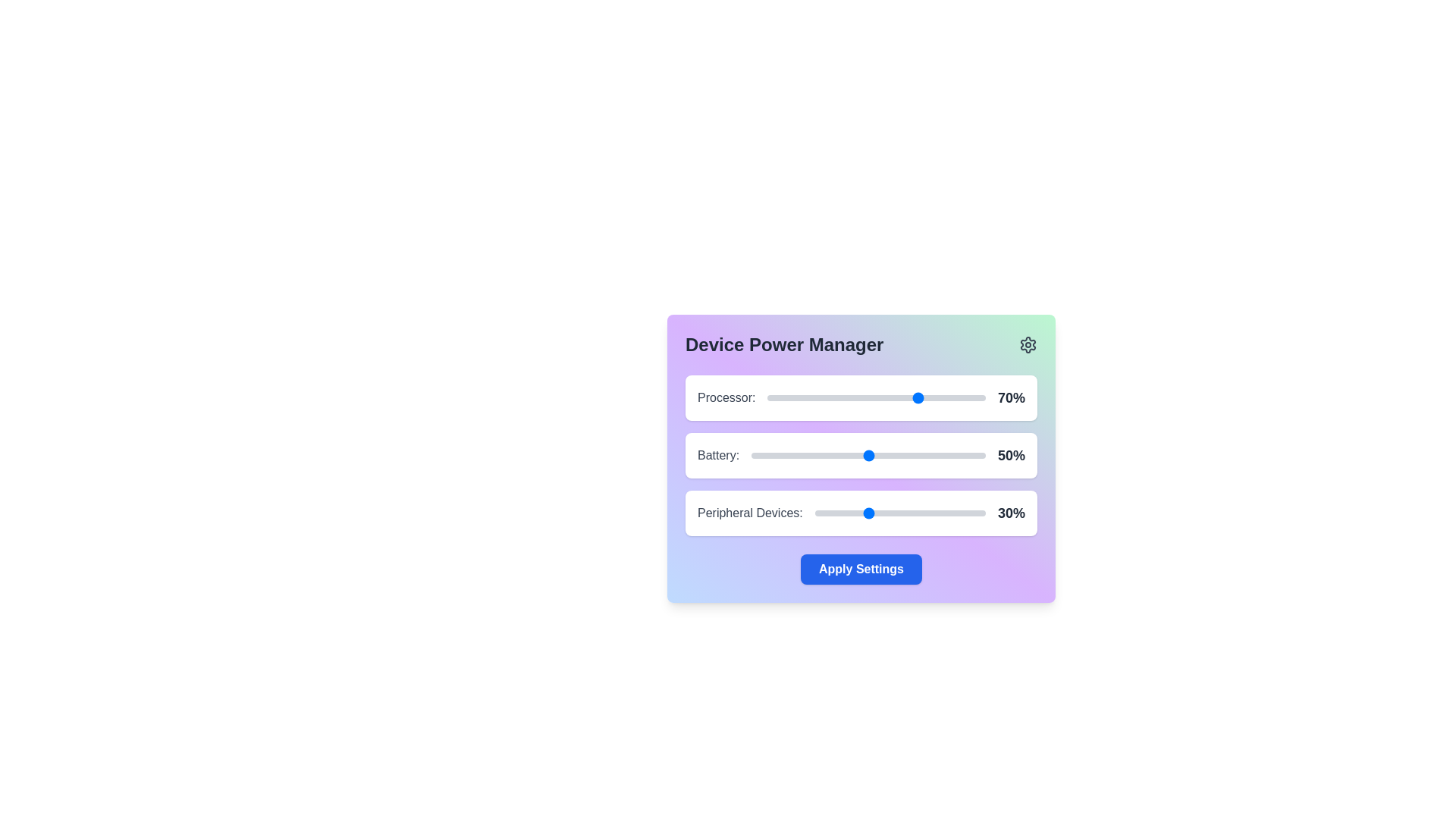  Describe the element at coordinates (792, 397) in the screenshot. I see `the 'Processor' slider to 12% power` at that location.